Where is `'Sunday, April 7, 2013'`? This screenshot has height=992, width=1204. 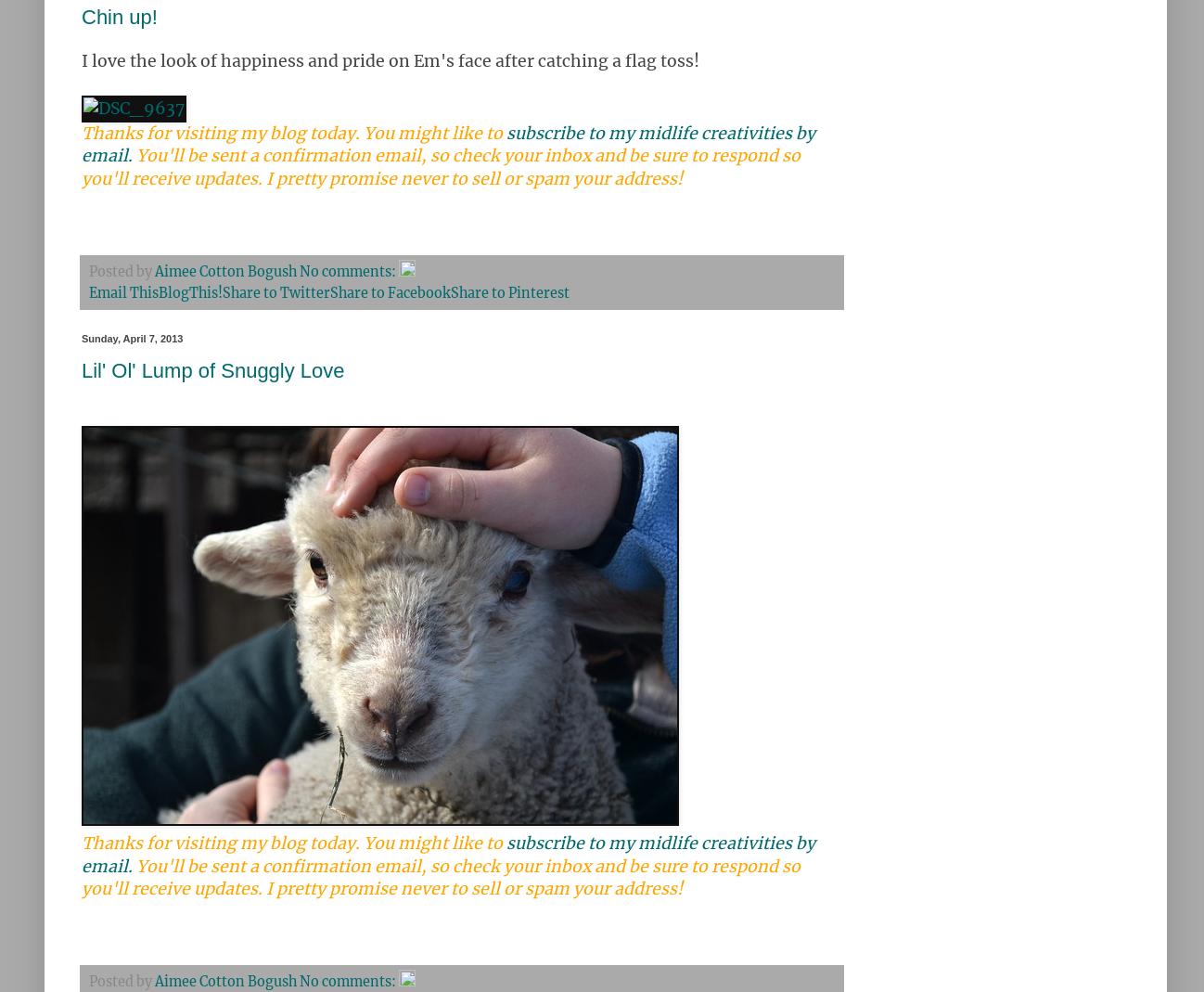
'Sunday, April 7, 2013' is located at coordinates (131, 337).